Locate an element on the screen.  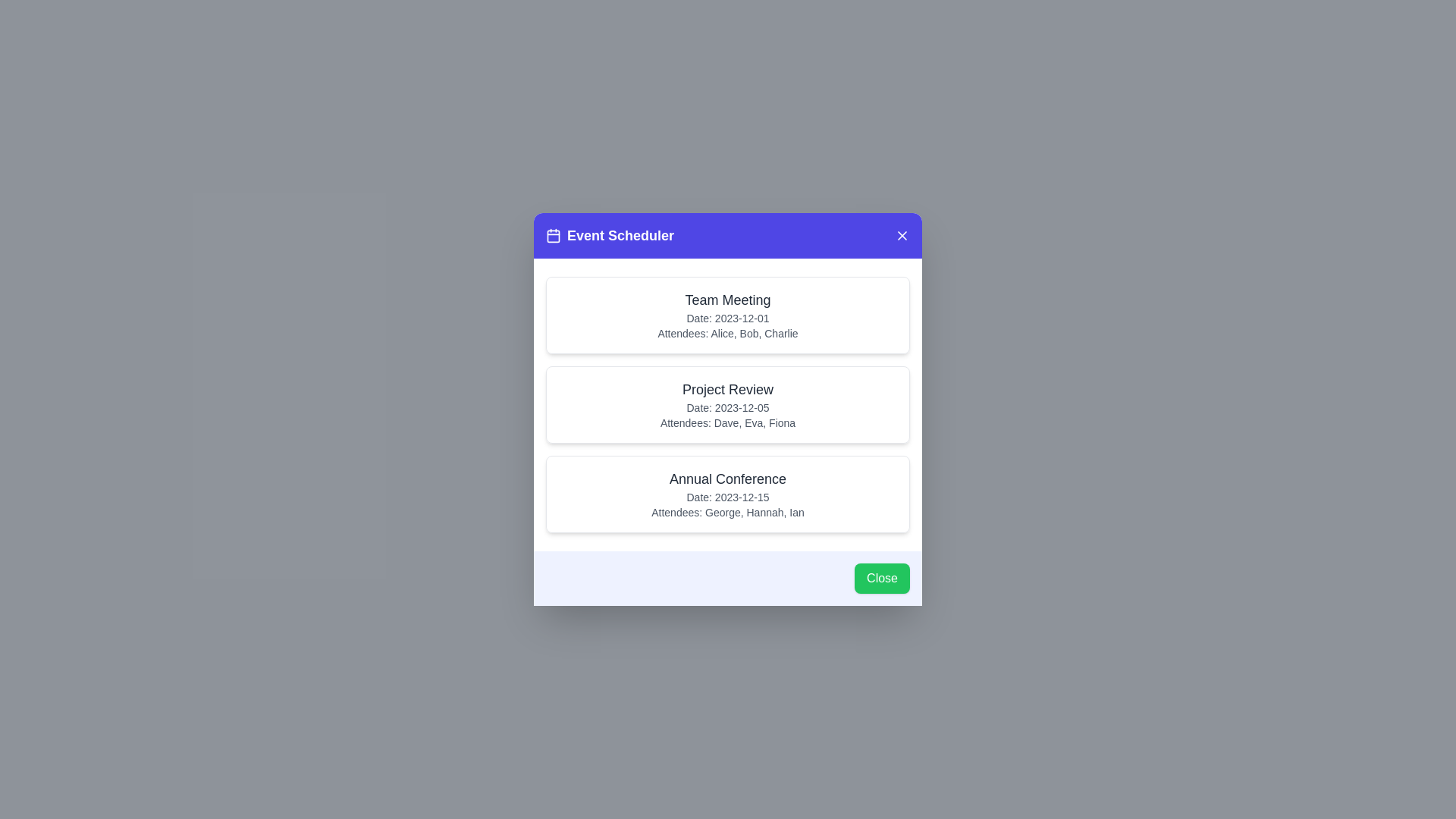
the event card titled 'Project Review' to view its details is located at coordinates (728, 403).